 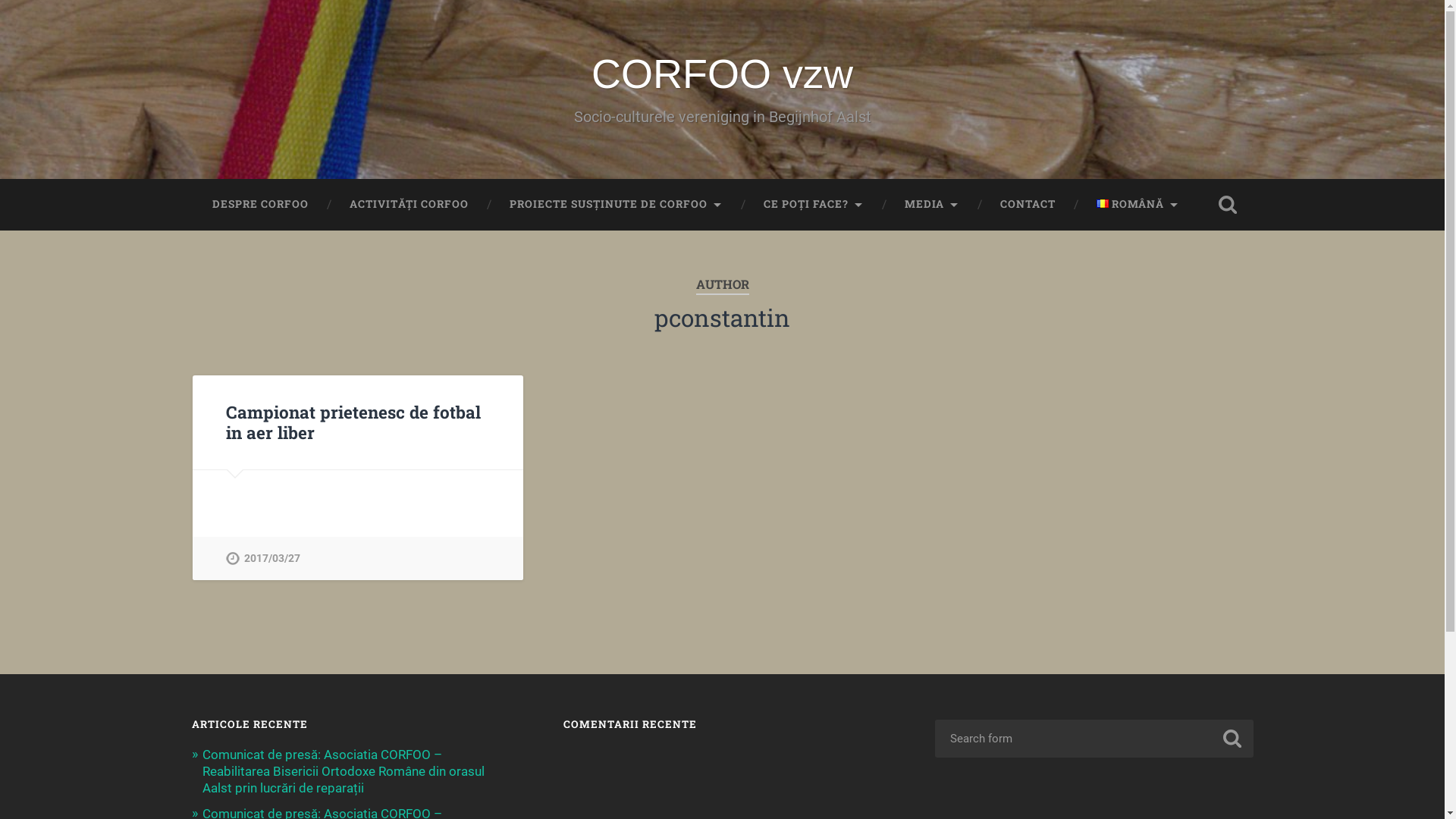 What do you see at coordinates (224, 558) in the screenshot?
I see `'2017/03/27'` at bounding box center [224, 558].